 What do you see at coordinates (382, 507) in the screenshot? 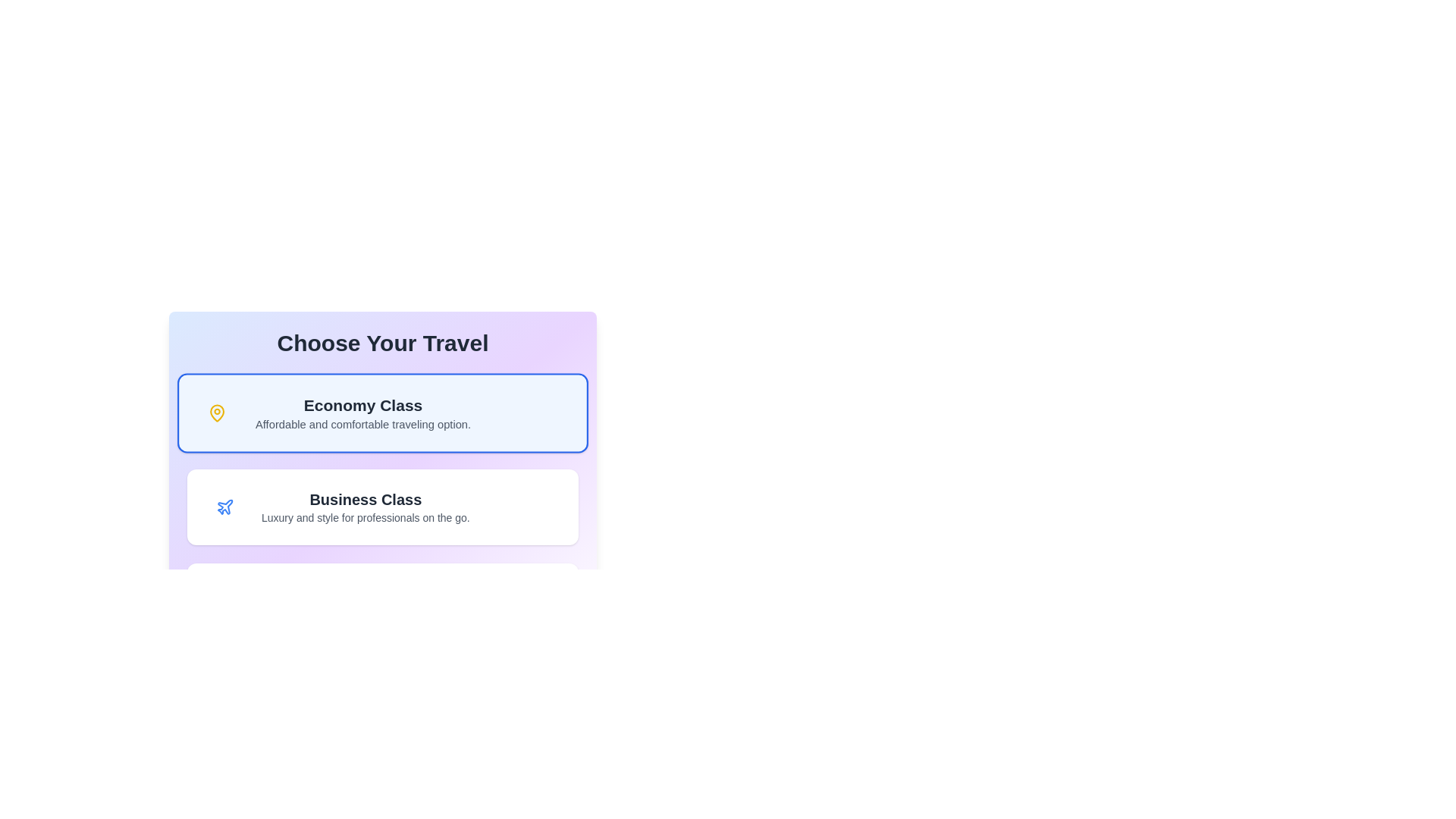
I see `the 'Business Class' card, which features a heading in bold text and an airplane icon` at bounding box center [382, 507].